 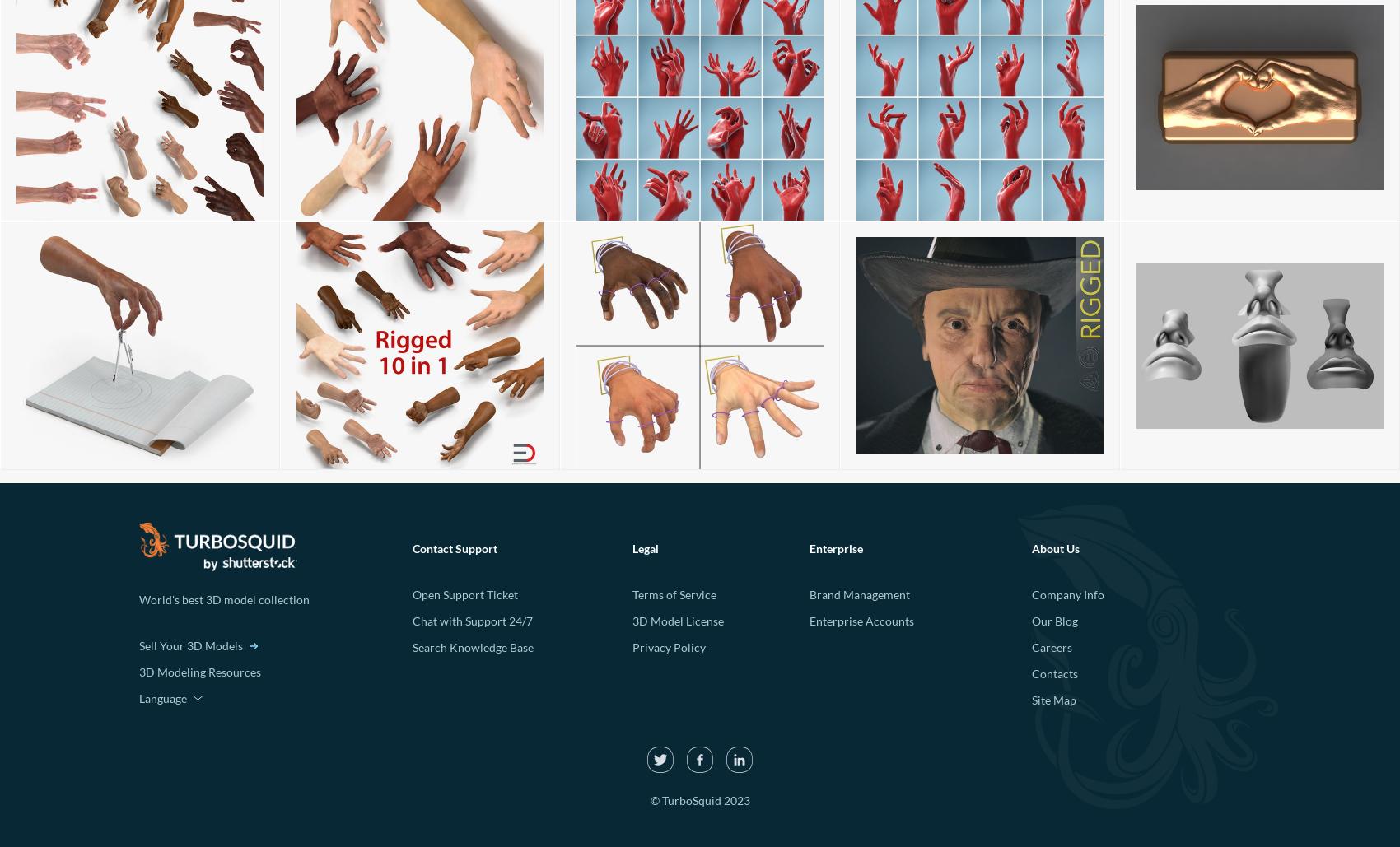 I want to click on '© TurboSquid 2023', so click(x=698, y=799).